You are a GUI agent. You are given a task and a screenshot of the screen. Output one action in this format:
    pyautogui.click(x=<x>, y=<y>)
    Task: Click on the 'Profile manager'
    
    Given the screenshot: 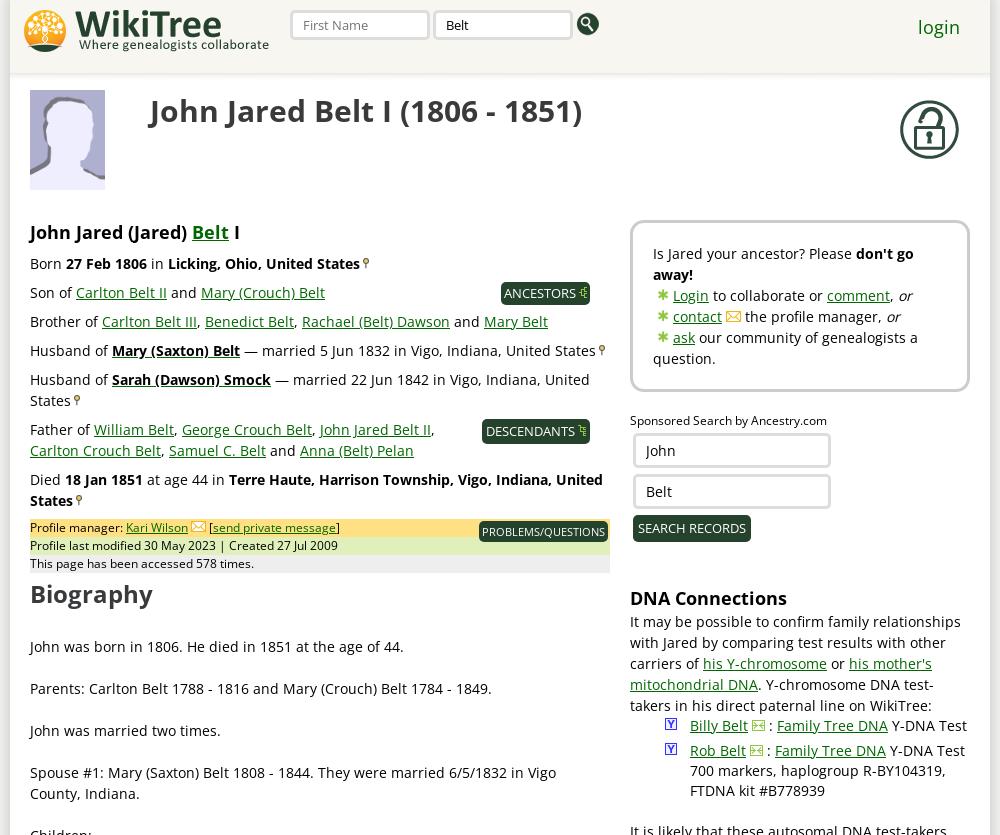 What is the action you would take?
    pyautogui.click(x=74, y=527)
    